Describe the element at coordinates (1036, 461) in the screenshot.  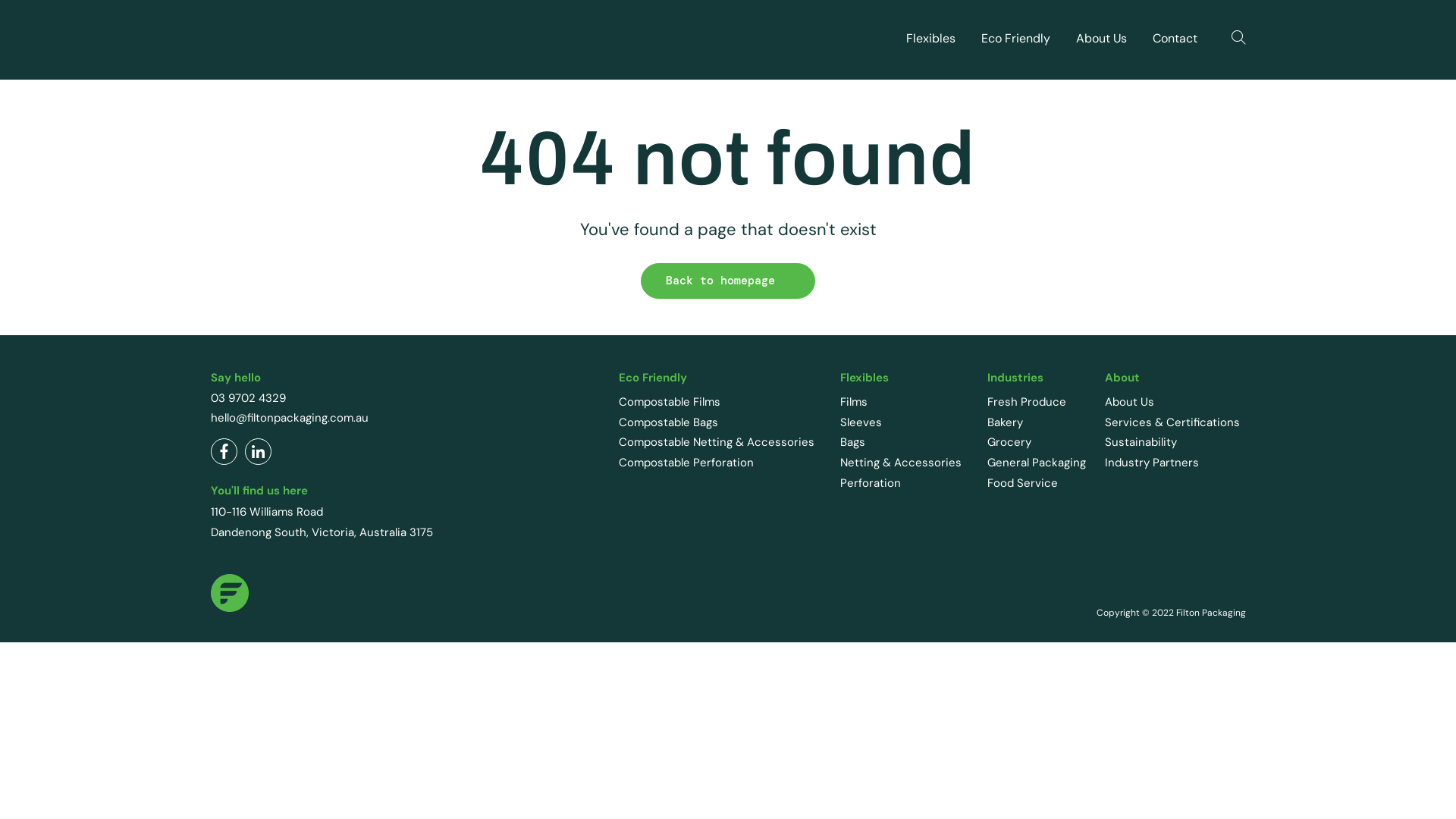
I see `'General Packaging'` at that location.